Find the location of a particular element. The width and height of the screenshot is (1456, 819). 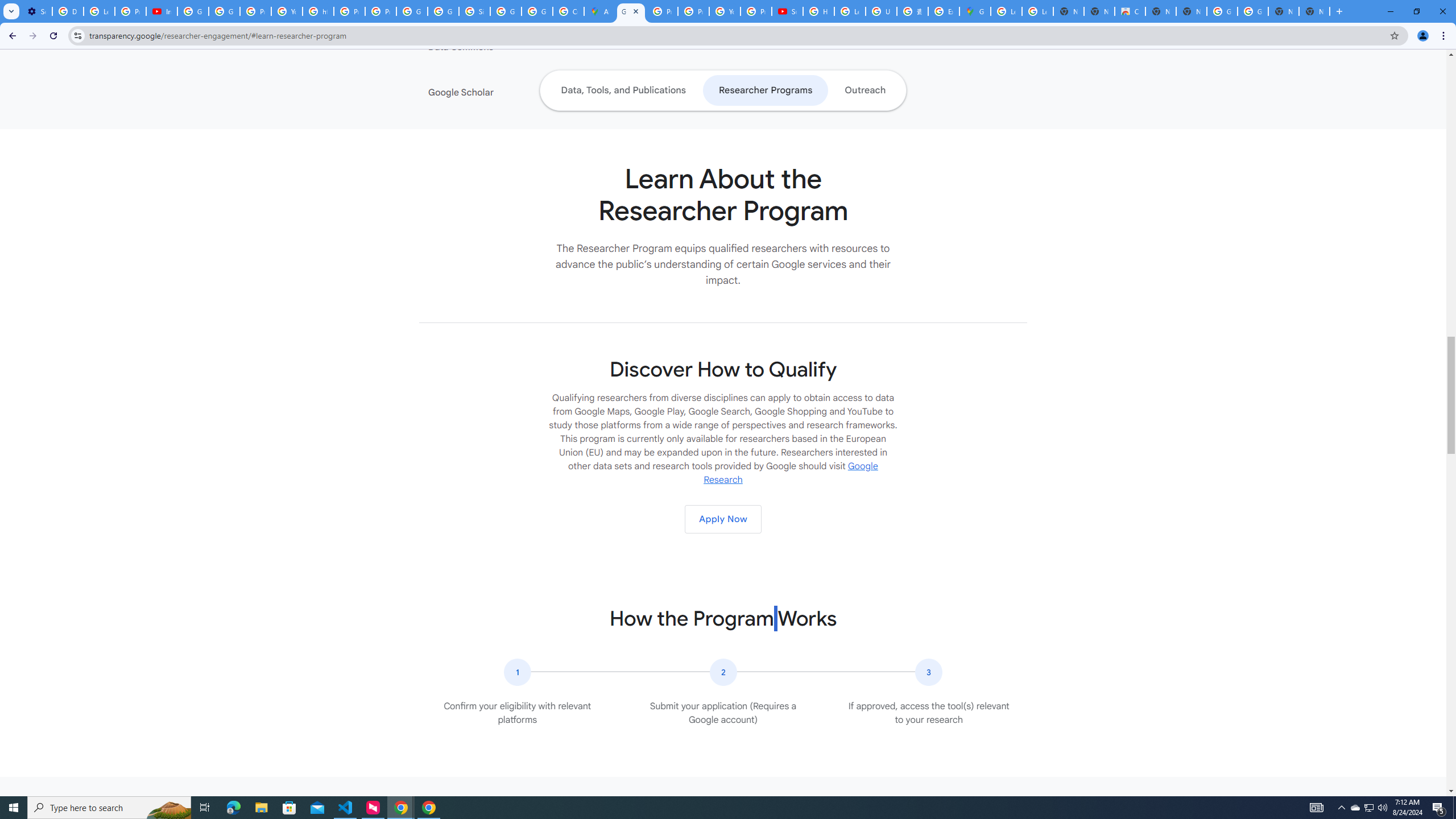

'Data Commons' is located at coordinates (498, 46).